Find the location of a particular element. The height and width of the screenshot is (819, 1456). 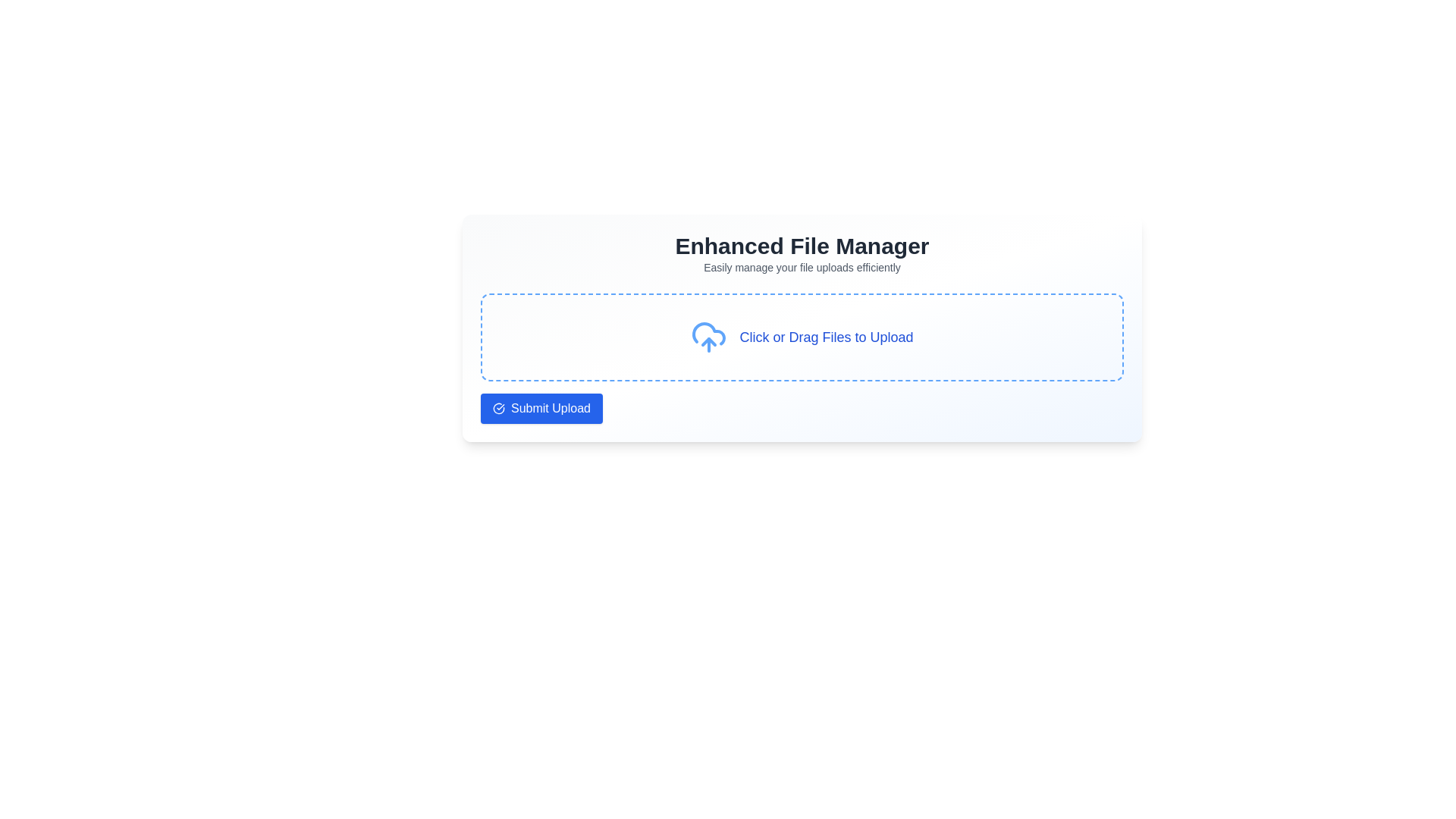

text label that reads 'Easily manage your file uploads efficiently', which is styled in a small, light gray font and positioned directly below the title 'Enhanced File Manager' is located at coordinates (801, 267).